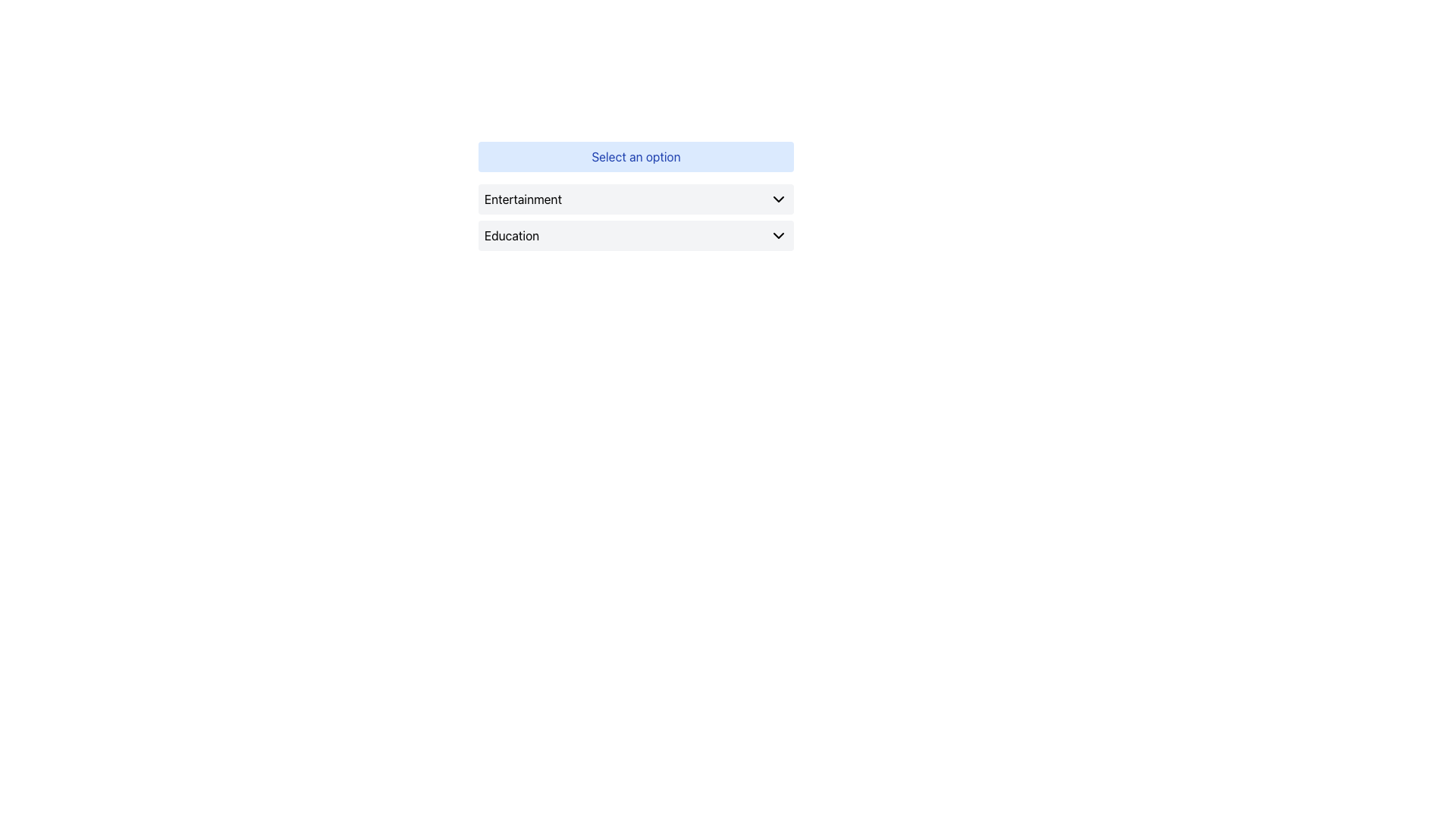 Image resolution: width=1456 pixels, height=819 pixels. I want to click on the text label with a light blue background and the text 'Select an option', positioned above the dropdowns for 'Entertainment' and 'Education', so click(636, 157).